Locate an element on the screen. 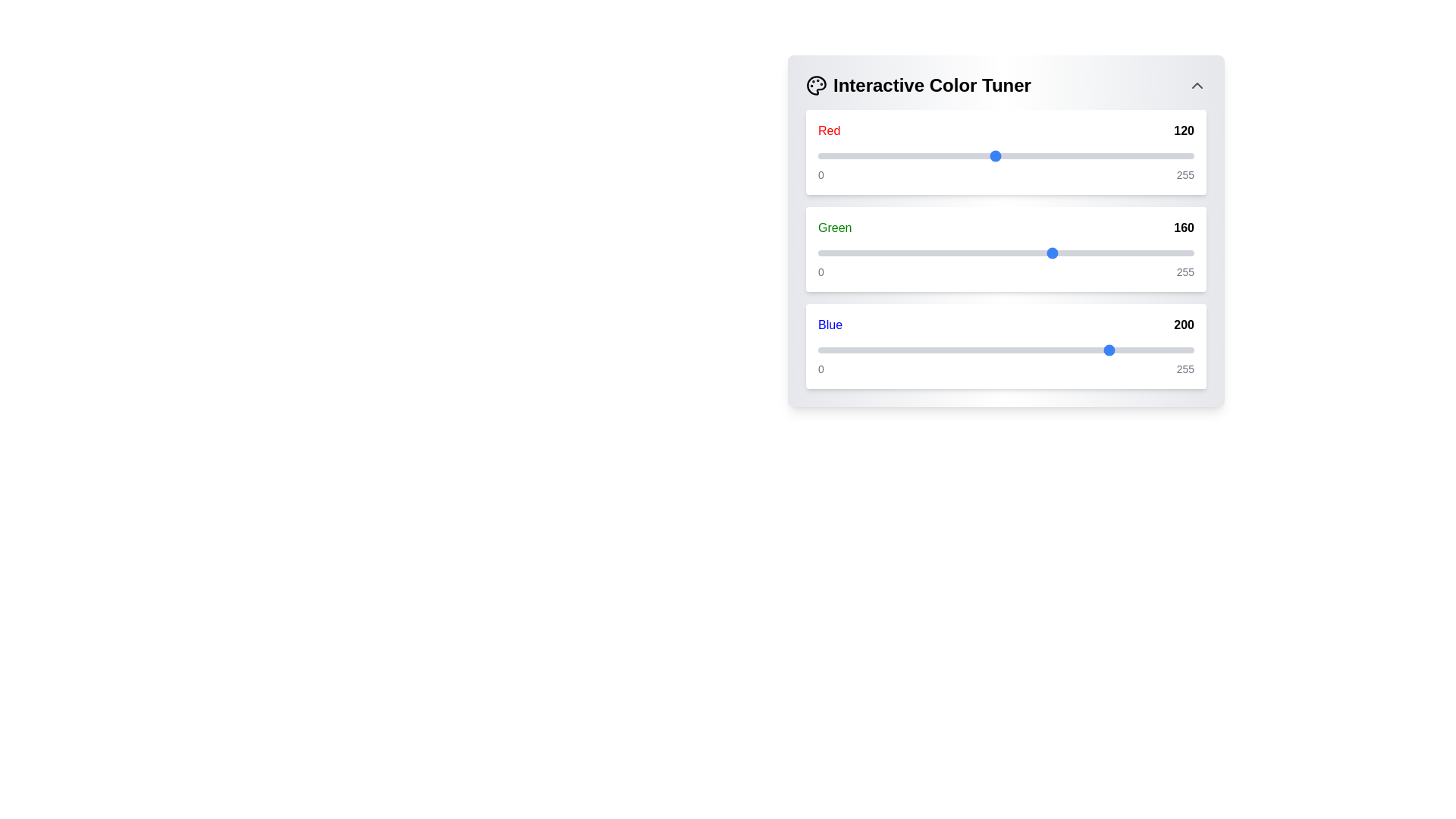 This screenshot has height=819, width=1456. numeric labels '0' and '255' displayed in gray font below the blue slider for reference is located at coordinates (1006, 369).